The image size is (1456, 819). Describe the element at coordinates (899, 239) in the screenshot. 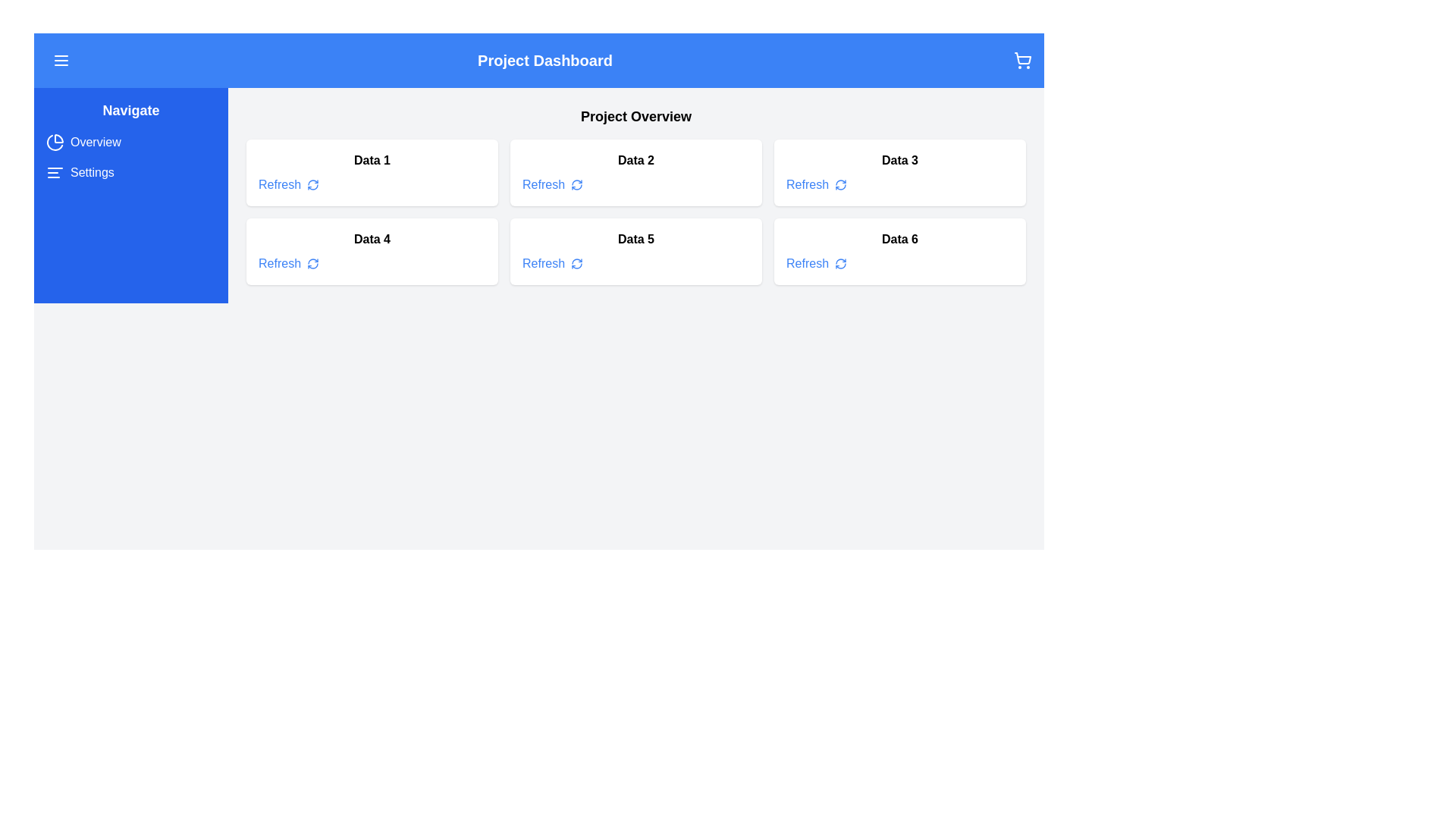

I see `the descriptive Text label located in the lower-right card of a grid, which is positioned centrally above the 'Refresh' button` at that location.